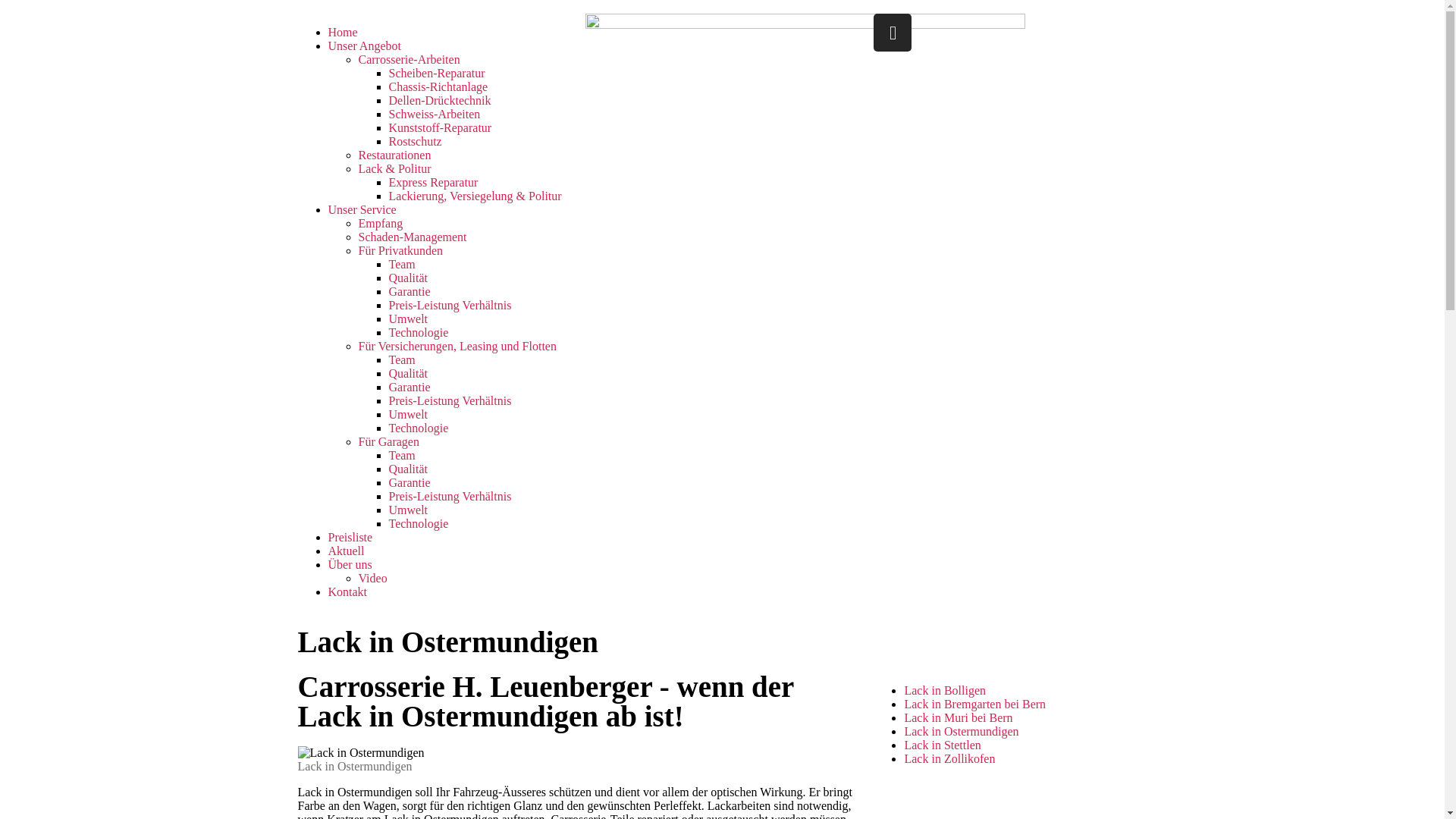 The width and height of the screenshot is (1456, 819). Describe the element at coordinates (903, 717) in the screenshot. I see `'Lack in Muri bei Bern'` at that location.